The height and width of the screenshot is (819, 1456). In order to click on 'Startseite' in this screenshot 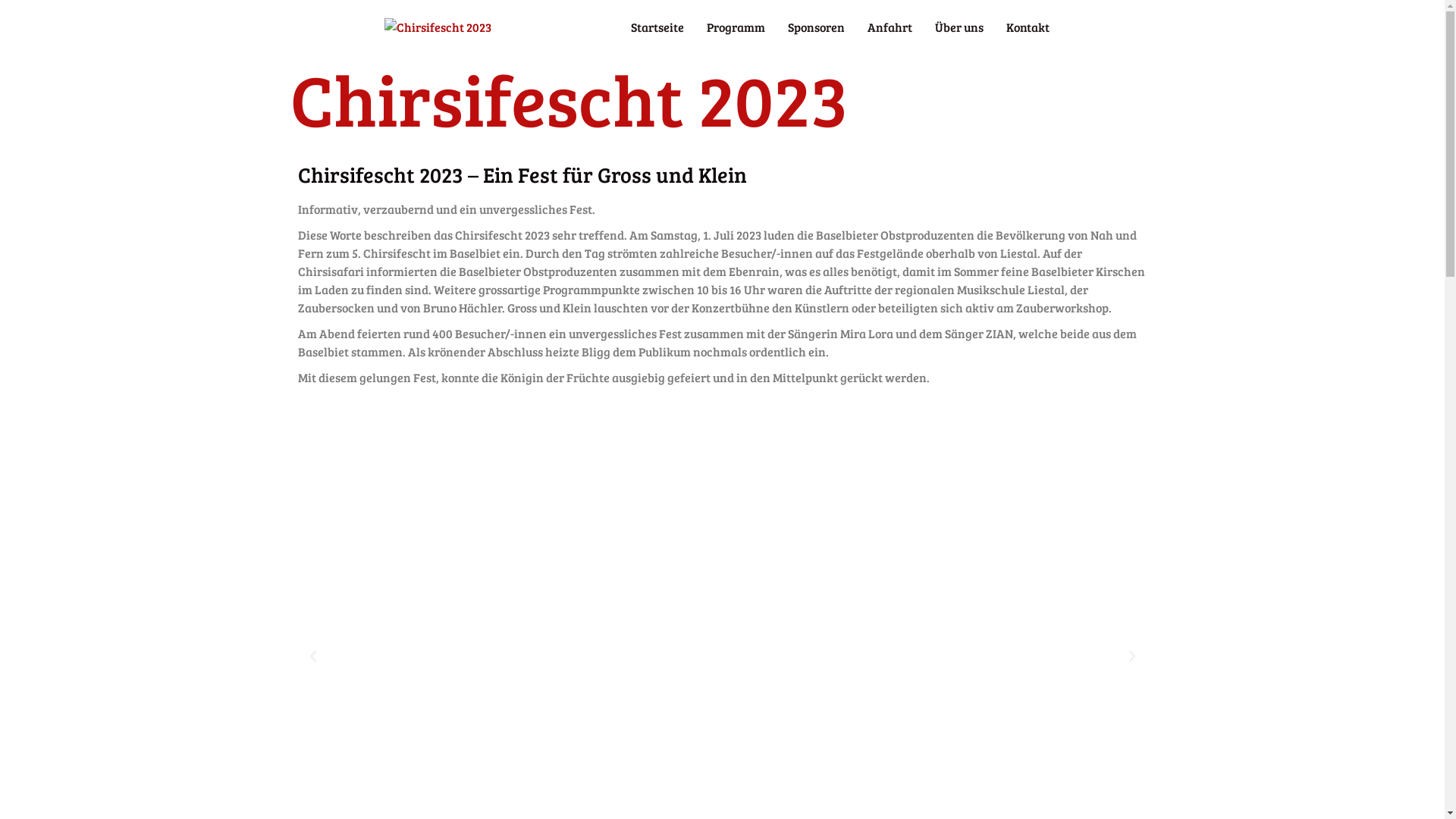, I will do `click(656, 27)`.